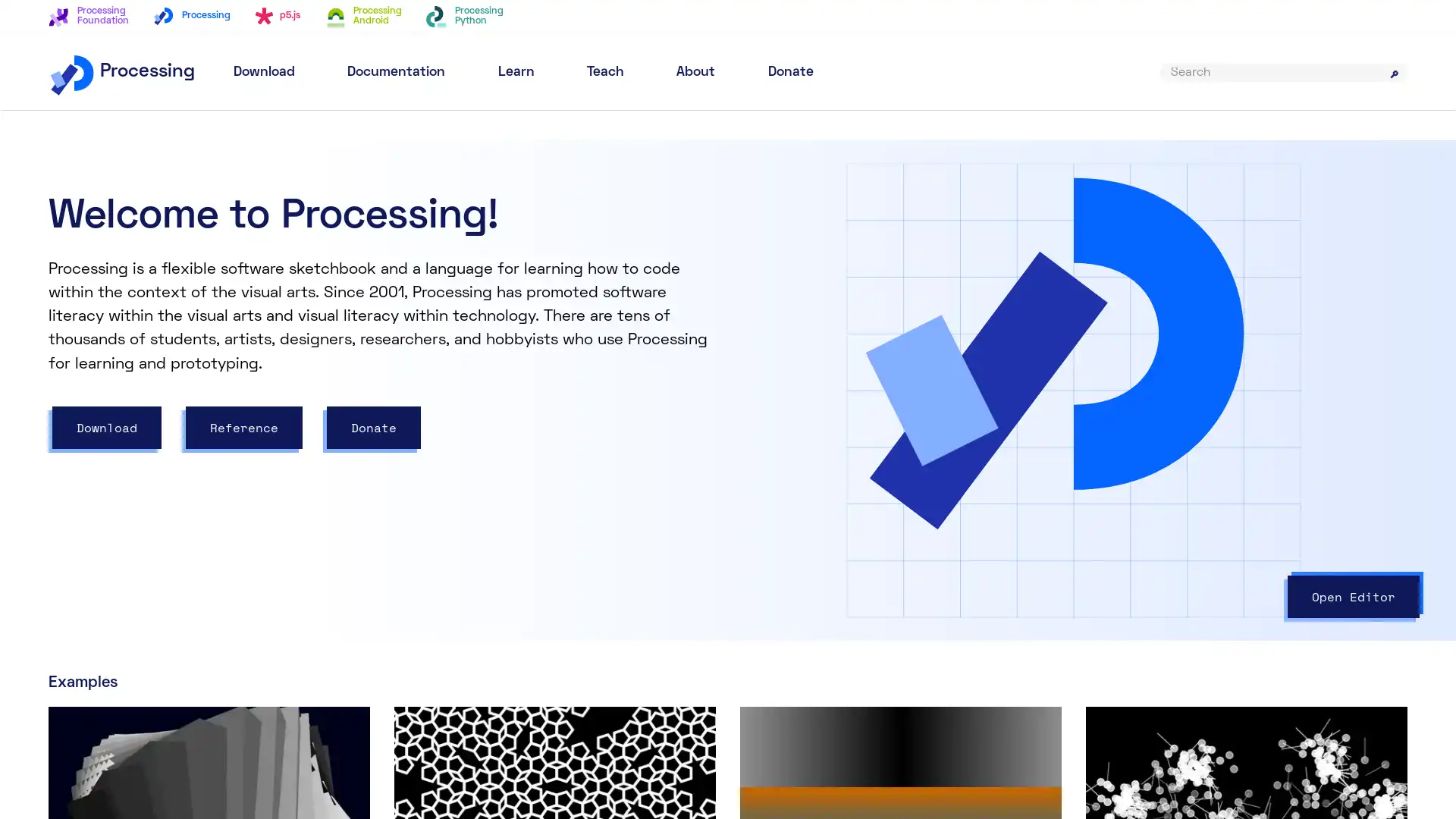  Describe the element at coordinates (786, 519) in the screenshot. I see `line` at that location.